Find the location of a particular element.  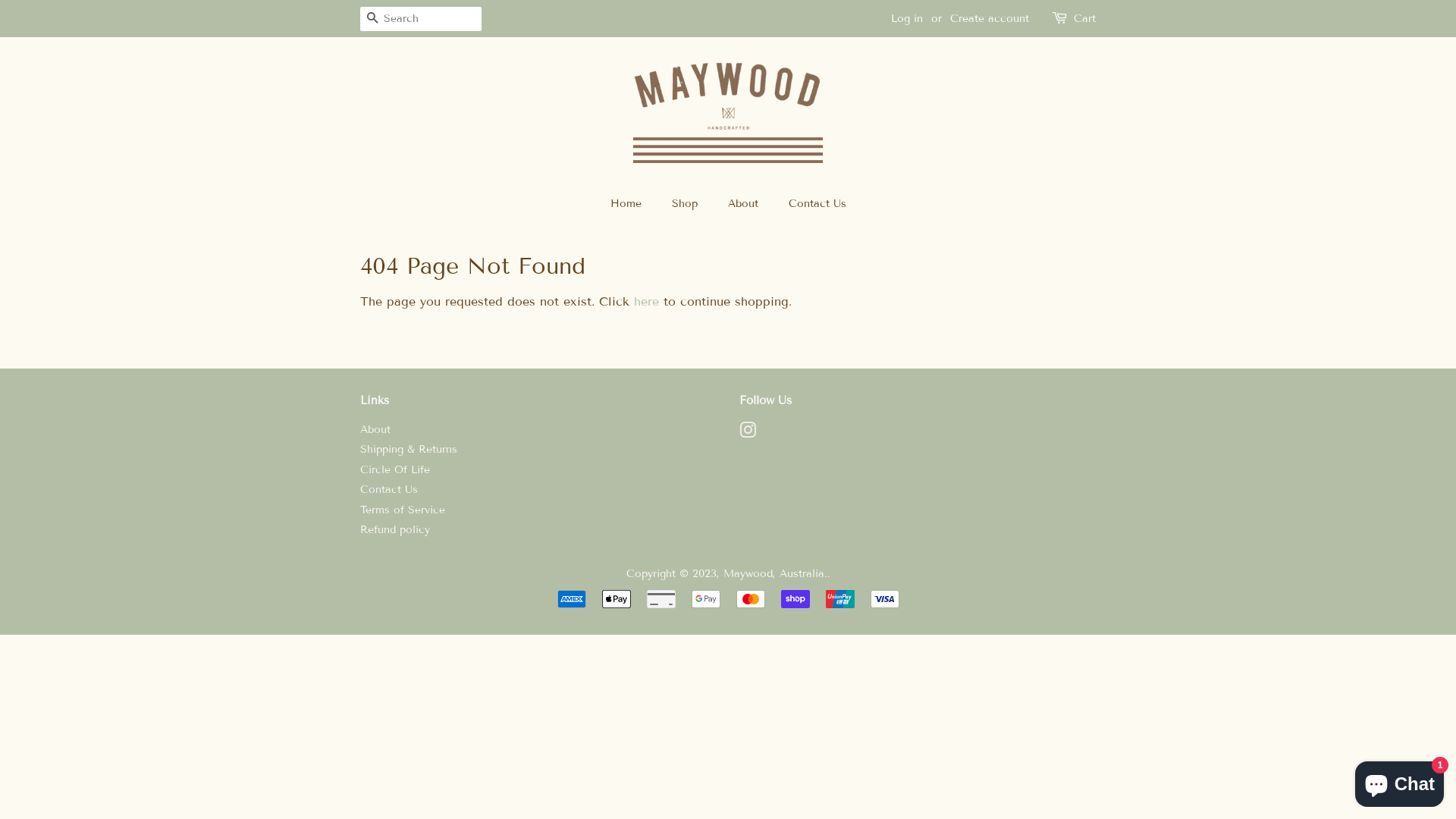

'Terms of Service' is located at coordinates (403, 510).